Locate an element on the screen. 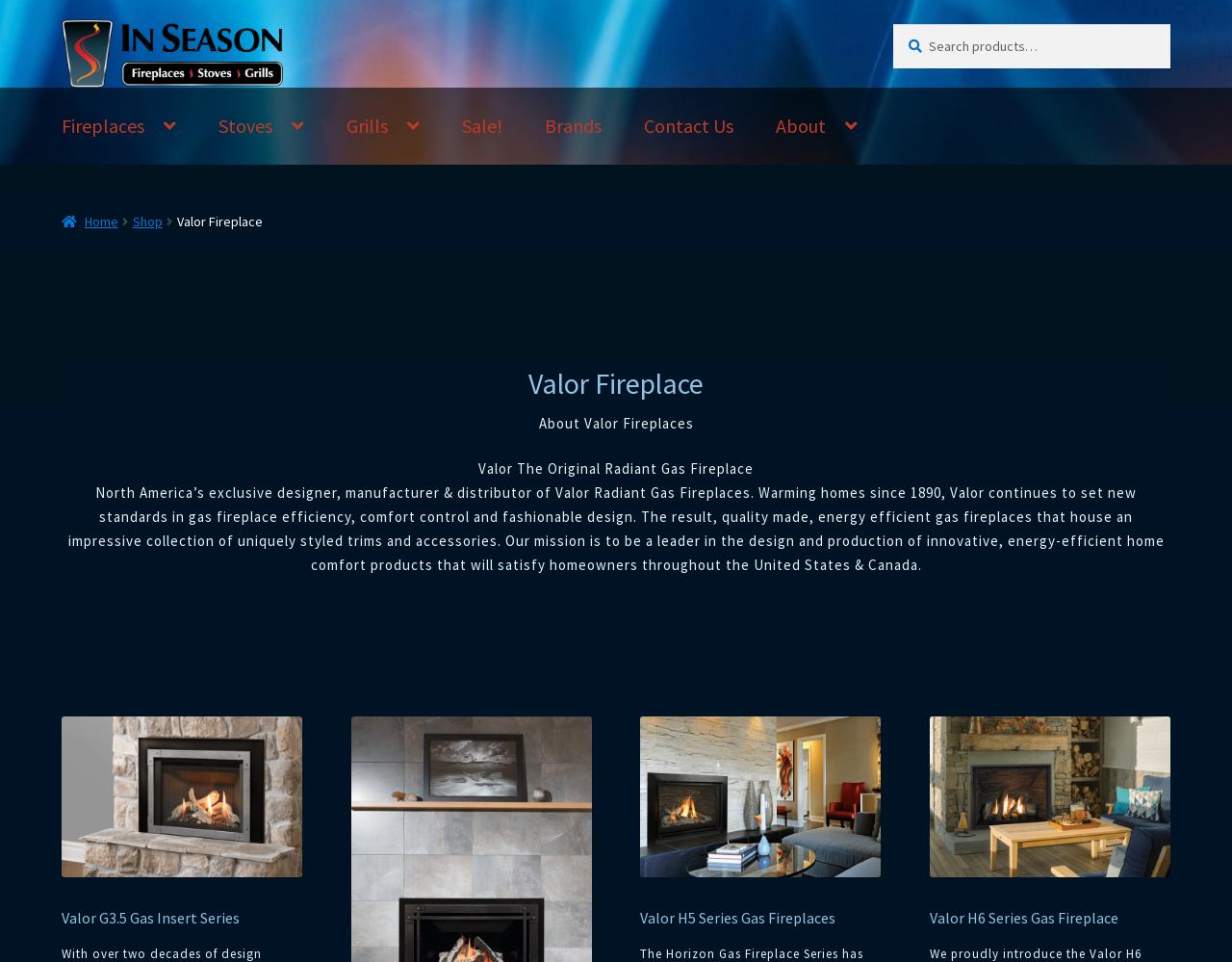  'Sale!' is located at coordinates (462, 125).